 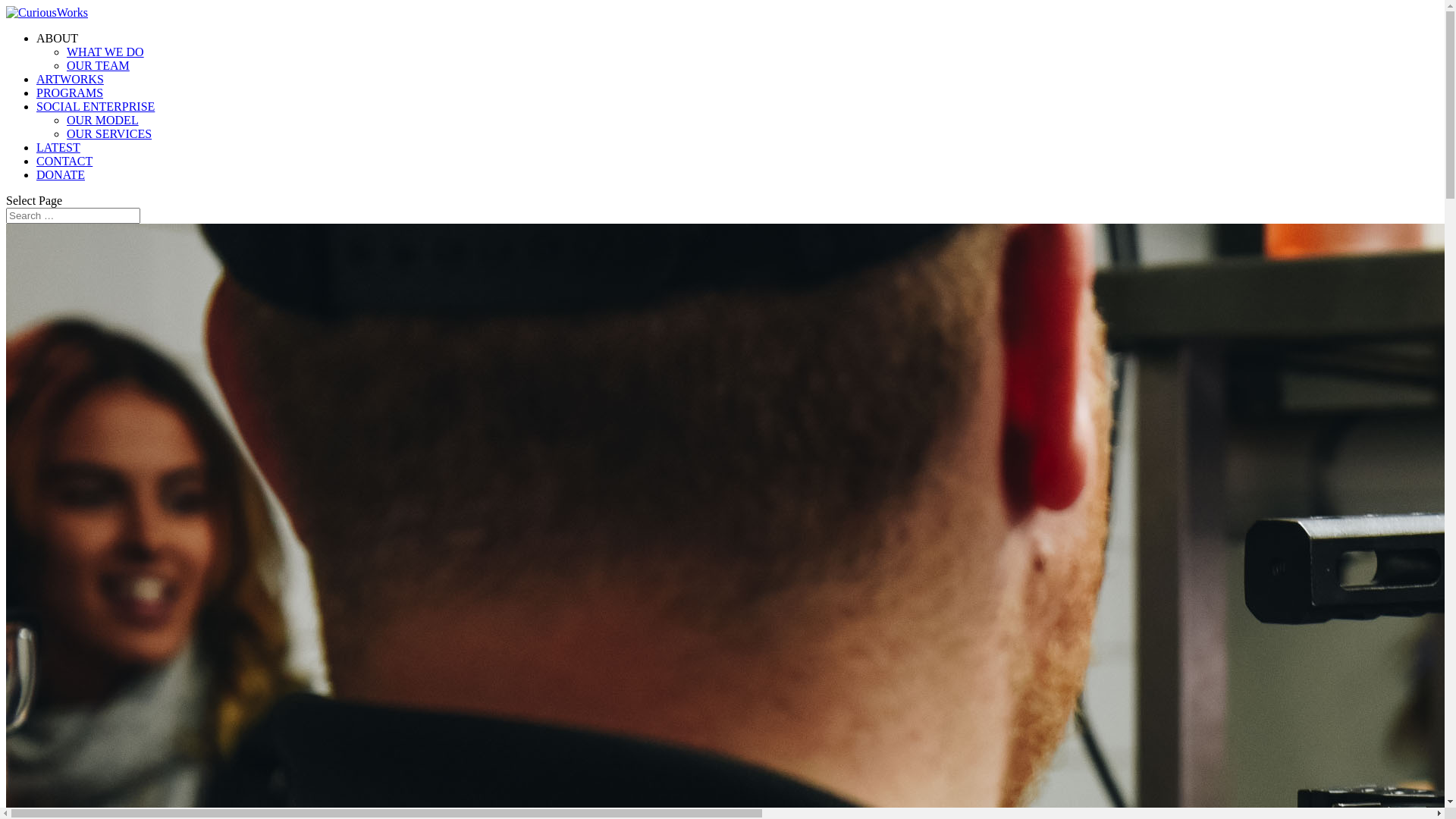 What do you see at coordinates (65, 119) in the screenshot?
I see `'OUR MODEL'` at bounding box center [65, 119].